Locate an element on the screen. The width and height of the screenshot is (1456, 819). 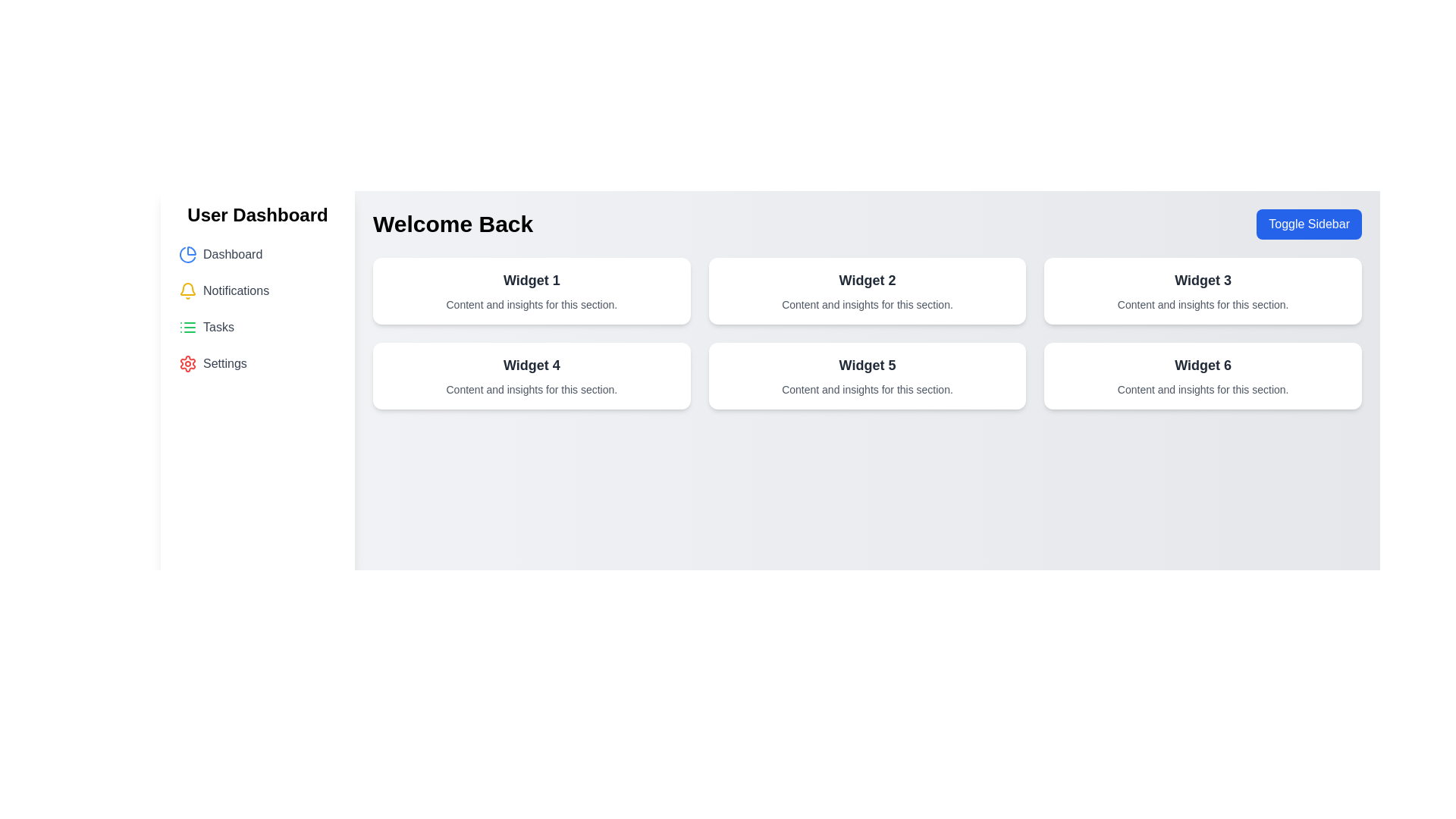
the bold, large-sized text label displaying 'Widget 2' for accessibility readers, located at the top of the second widget in the first row of the grid layout is located at coordinates (867, 281).